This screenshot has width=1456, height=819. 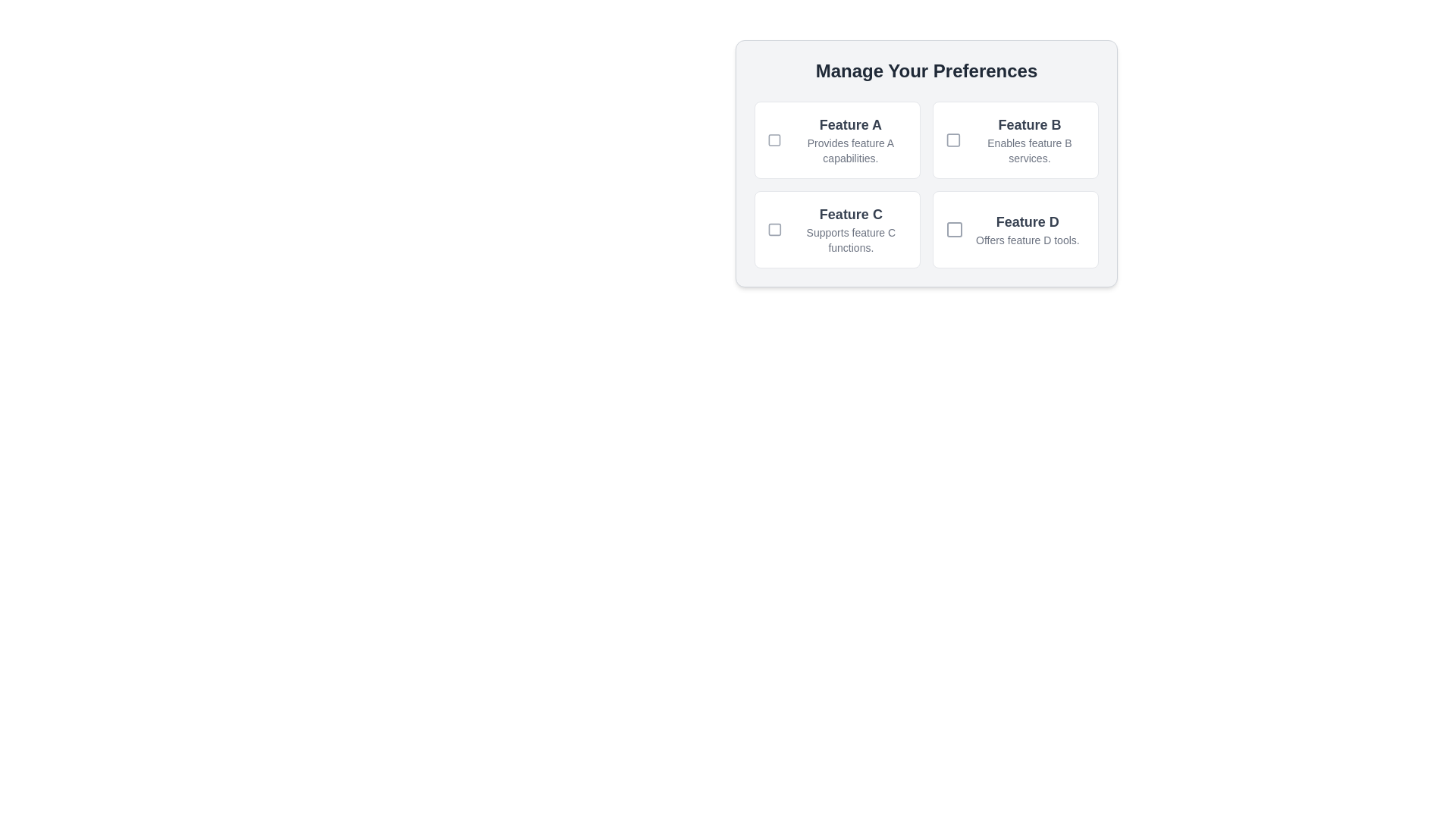 I want to click on the selectable option for 'Feature D', so click(x=1015, y=230).